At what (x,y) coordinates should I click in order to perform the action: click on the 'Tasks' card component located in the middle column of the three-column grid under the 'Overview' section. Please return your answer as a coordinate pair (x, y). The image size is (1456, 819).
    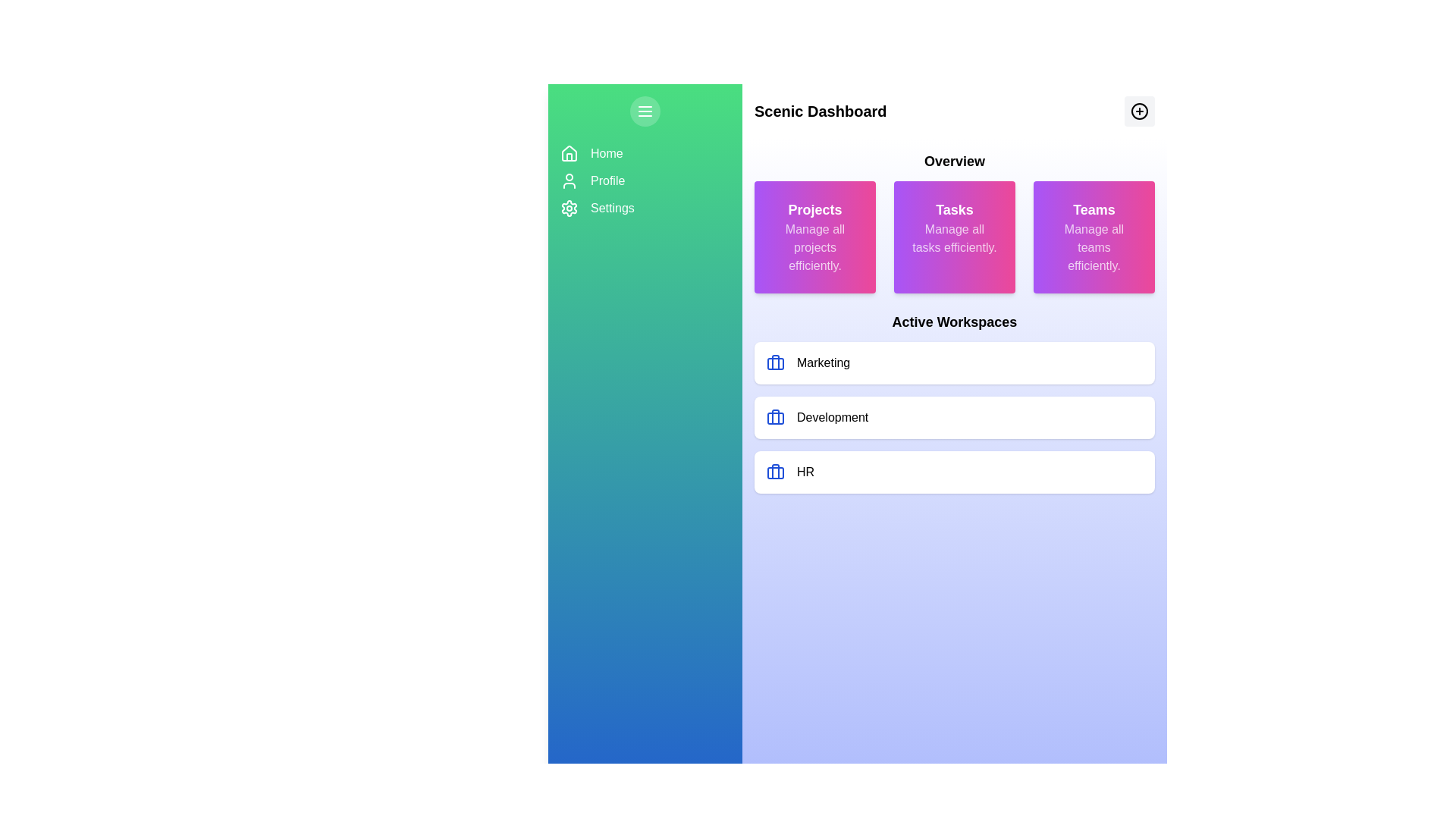
    Looking at the image, I should click on (953, 237).